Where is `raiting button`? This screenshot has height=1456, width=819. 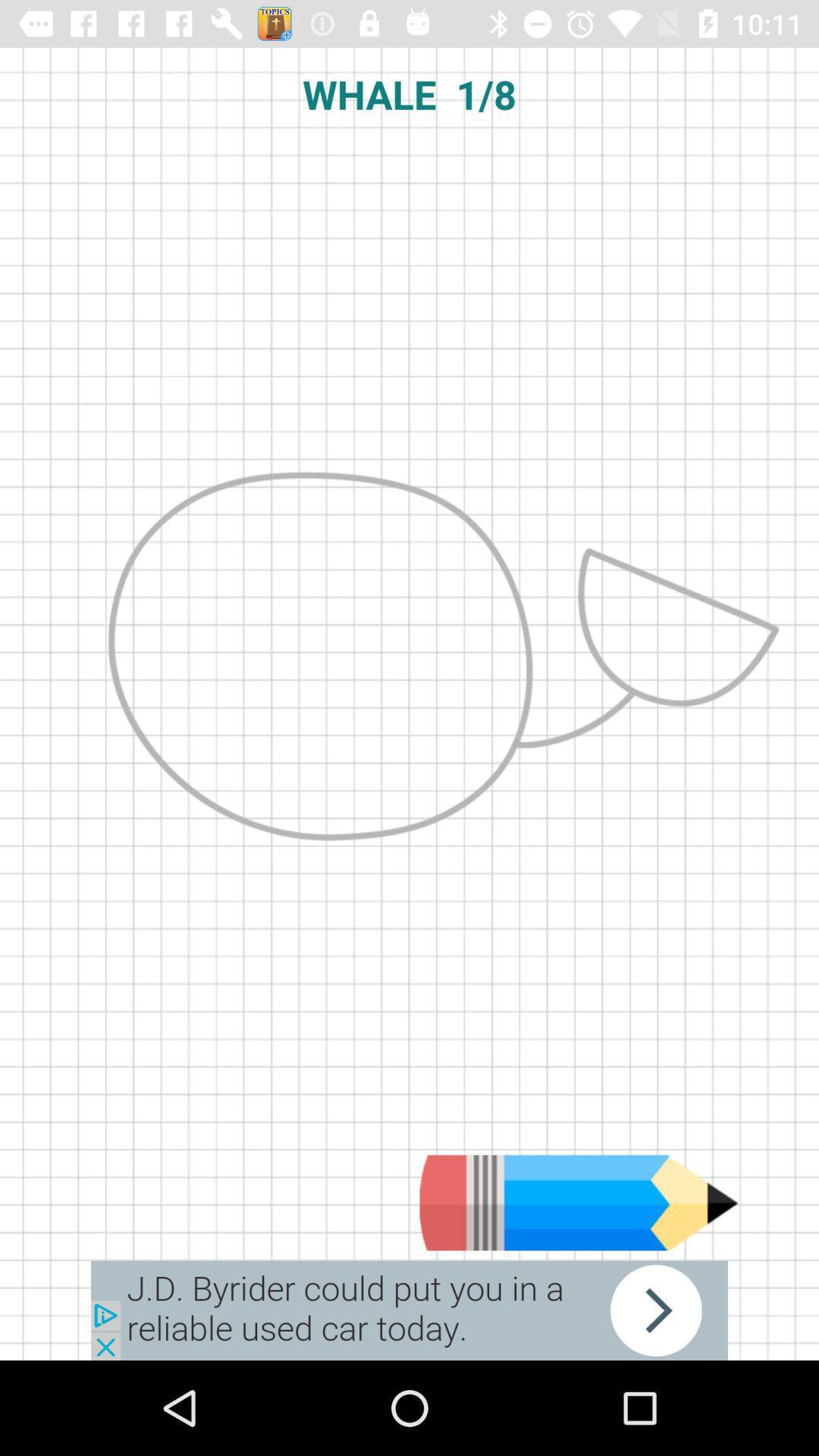
raiting button is located at coordinates (579, 1202).